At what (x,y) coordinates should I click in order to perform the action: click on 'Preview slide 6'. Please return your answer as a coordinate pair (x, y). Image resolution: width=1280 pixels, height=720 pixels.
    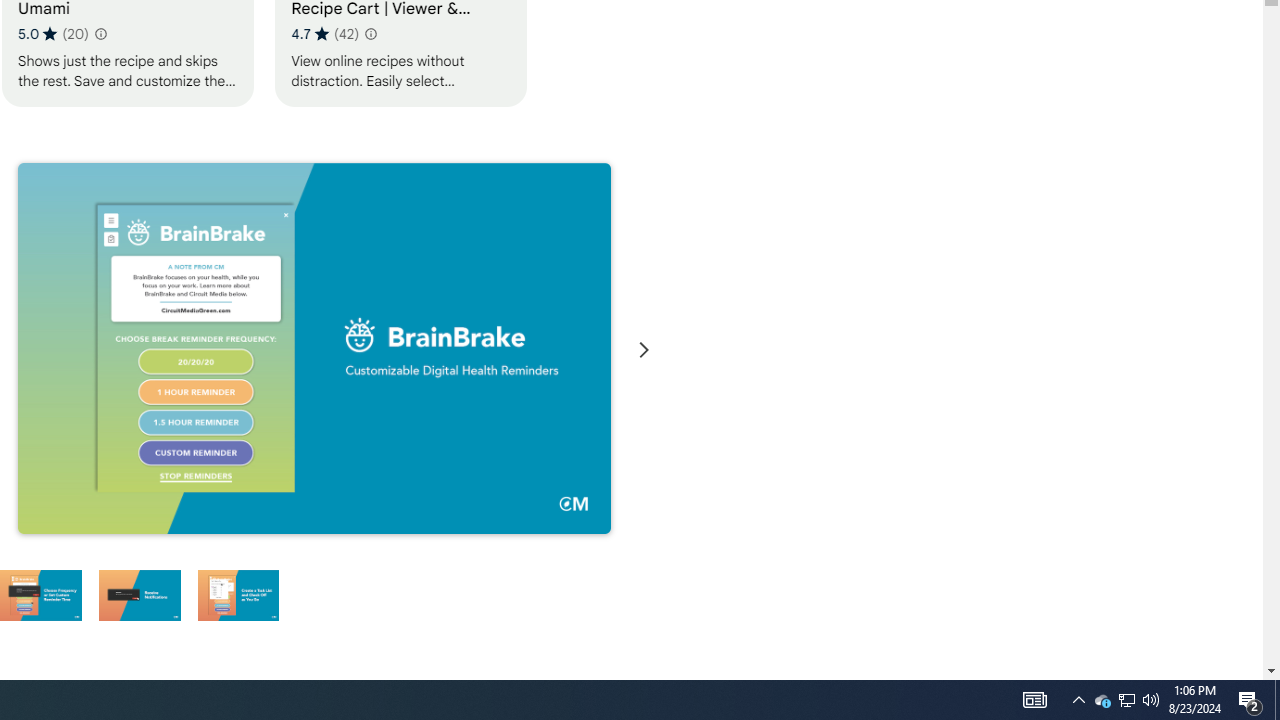
    Looking at the image, I should click on (238, 593).